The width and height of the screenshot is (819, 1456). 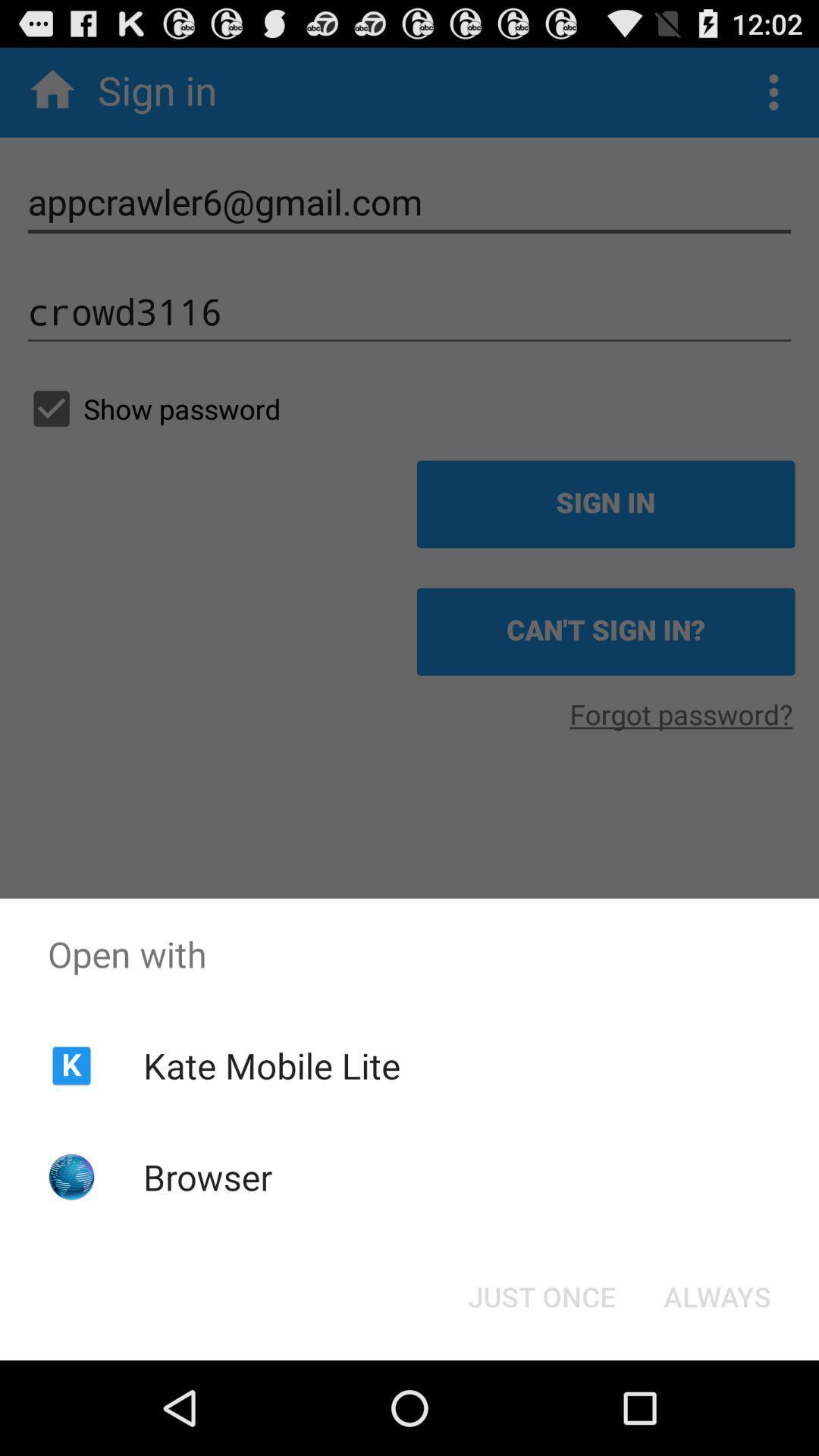 What do you see at coordinates (717, 1295) in the screenshot?
I see `the always at the bottom right corner` at bounding box center [717, 1295].